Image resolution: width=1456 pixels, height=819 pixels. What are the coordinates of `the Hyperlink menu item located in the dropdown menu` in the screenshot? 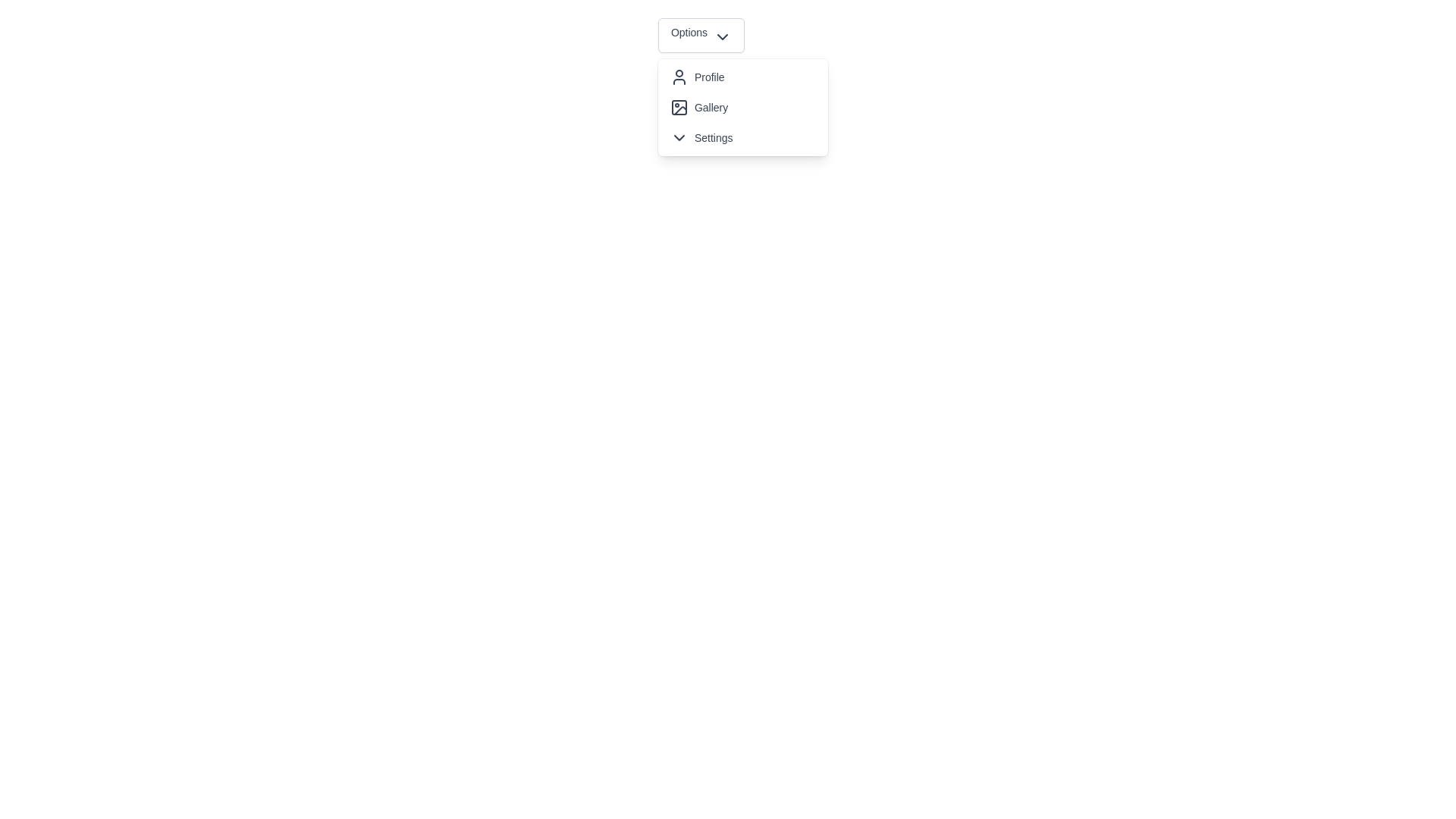 It's located at (742, 107).